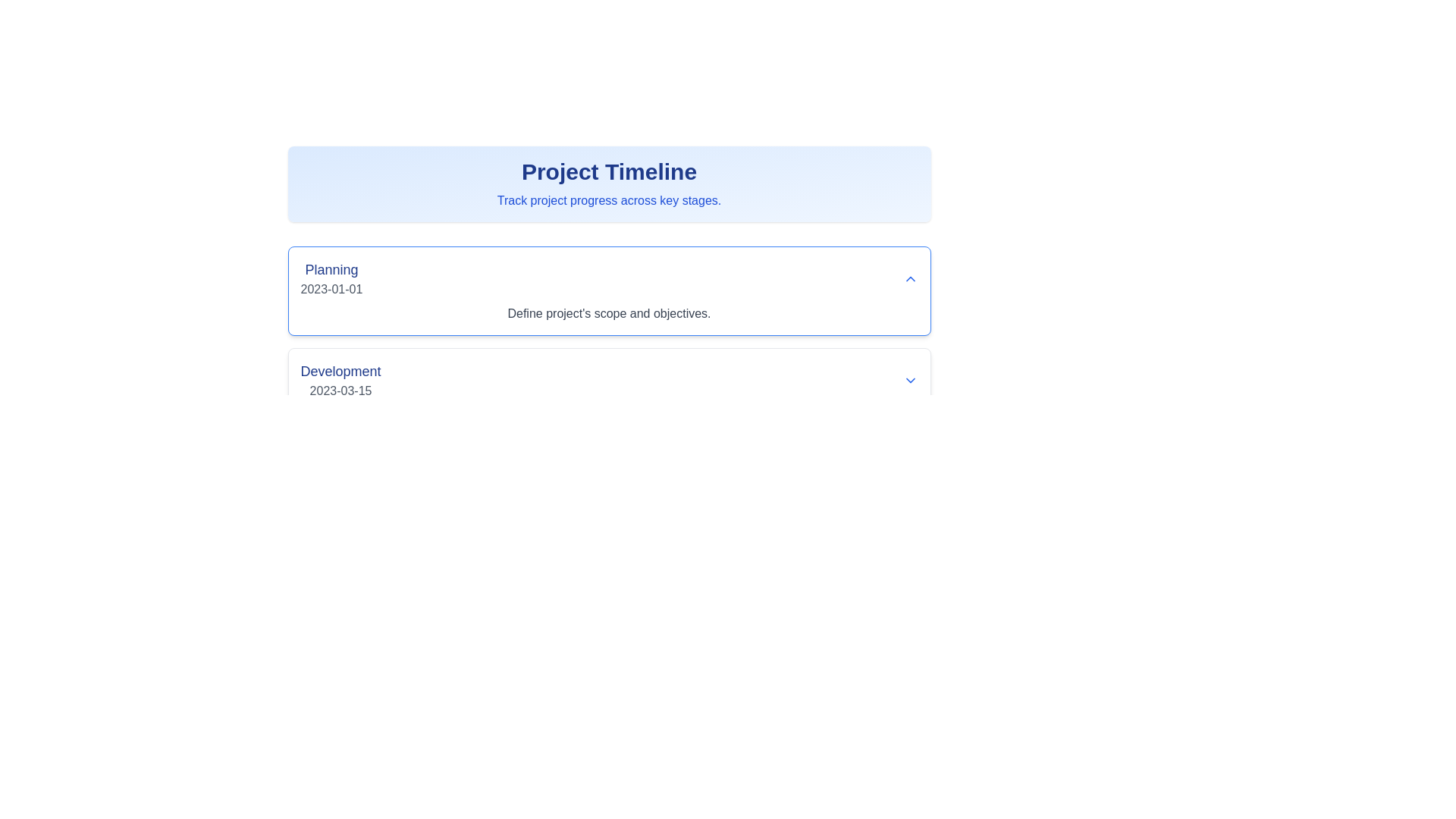  What do you see at coordinates (609, 312) in the screenshot?
I see `the Text Label that displays the phrase 'Define project's scope and objectives.' positioned within a card below the 'Planning' title` at bounding box center [609, 312].